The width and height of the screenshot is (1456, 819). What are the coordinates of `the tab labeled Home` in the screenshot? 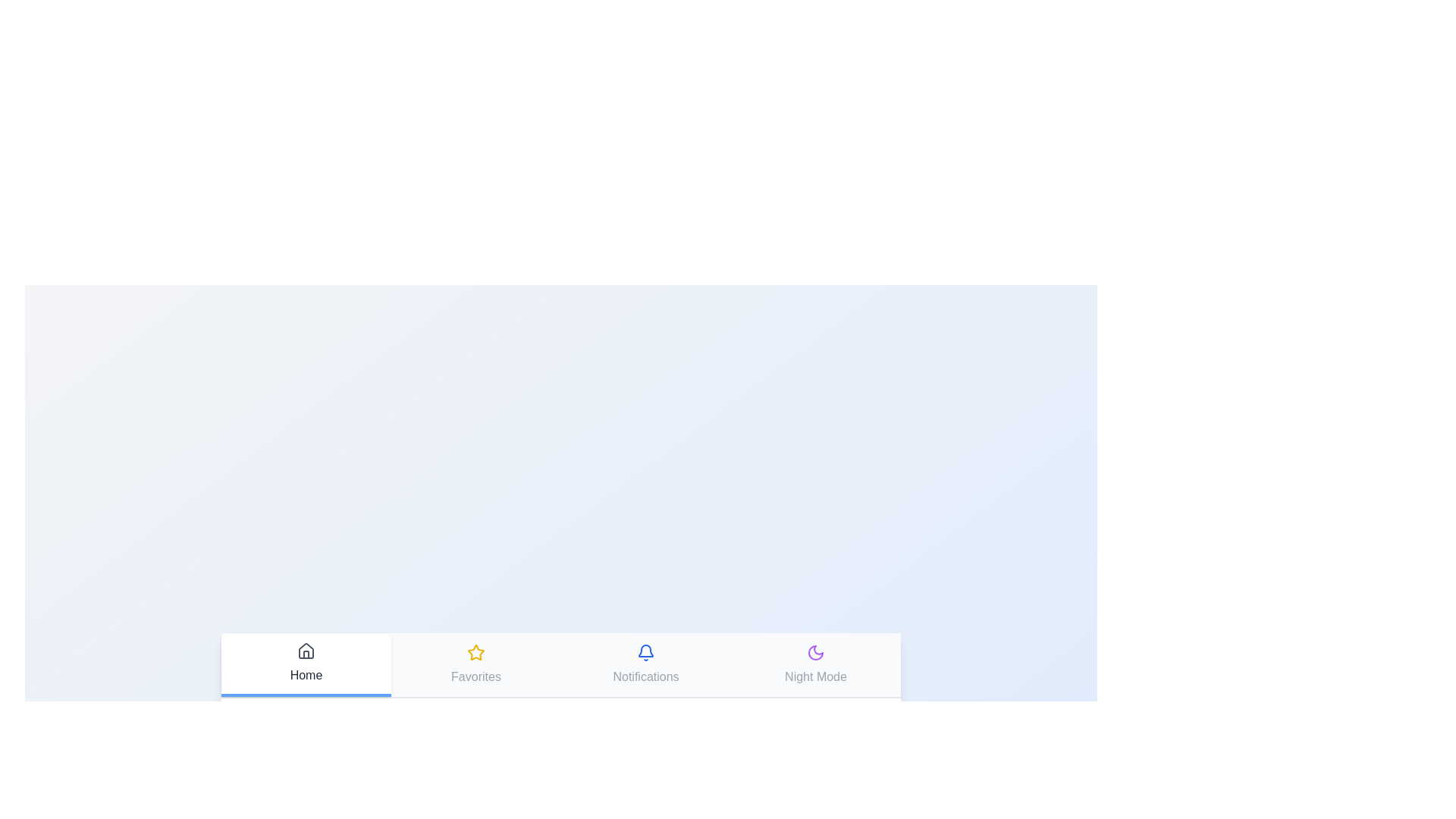 It's located at (305, 664).